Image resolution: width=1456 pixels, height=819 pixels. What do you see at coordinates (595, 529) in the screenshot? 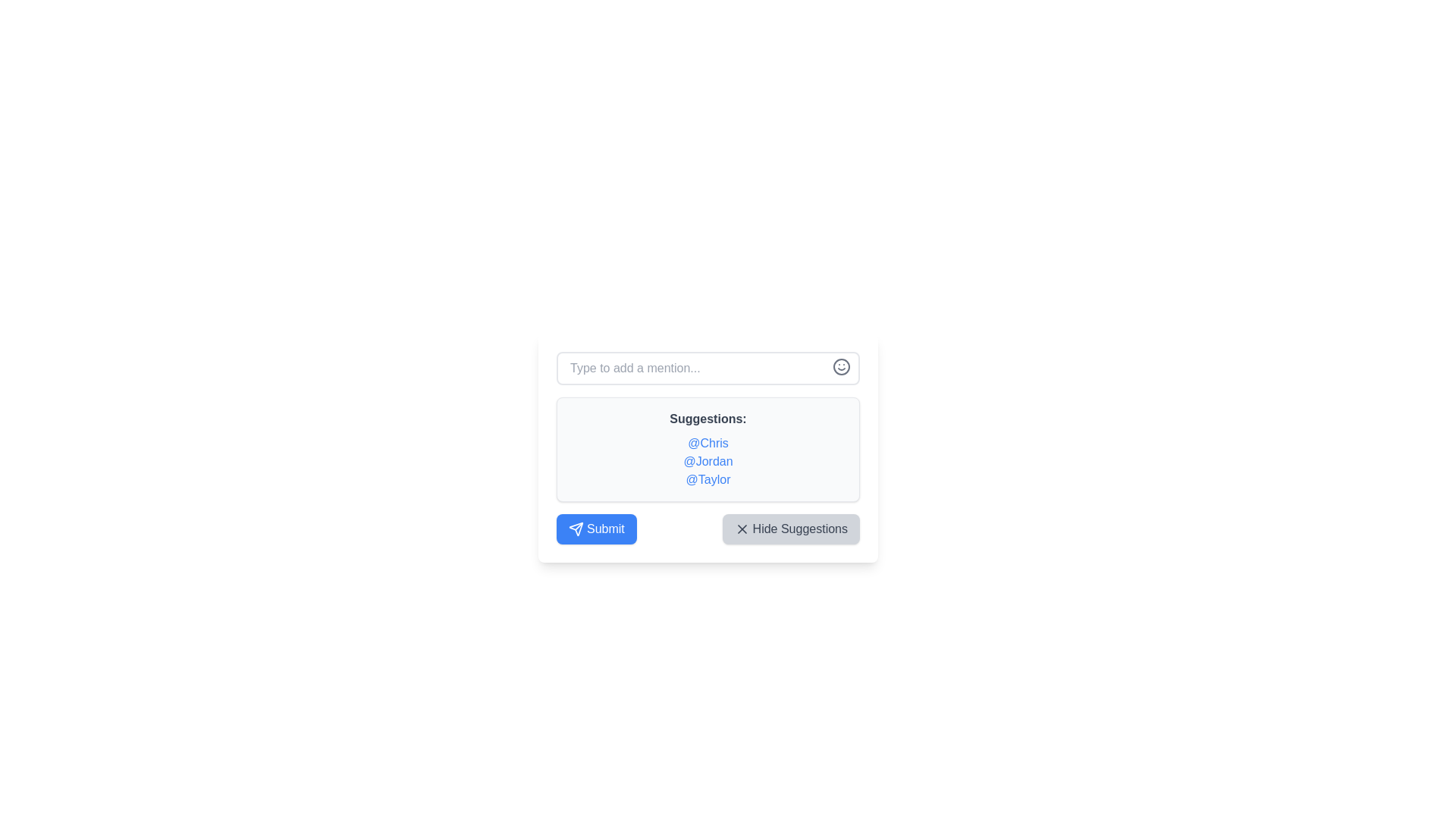
I see `the blue 'Submit' button with rounded corners` at bounding box center [595, 529].